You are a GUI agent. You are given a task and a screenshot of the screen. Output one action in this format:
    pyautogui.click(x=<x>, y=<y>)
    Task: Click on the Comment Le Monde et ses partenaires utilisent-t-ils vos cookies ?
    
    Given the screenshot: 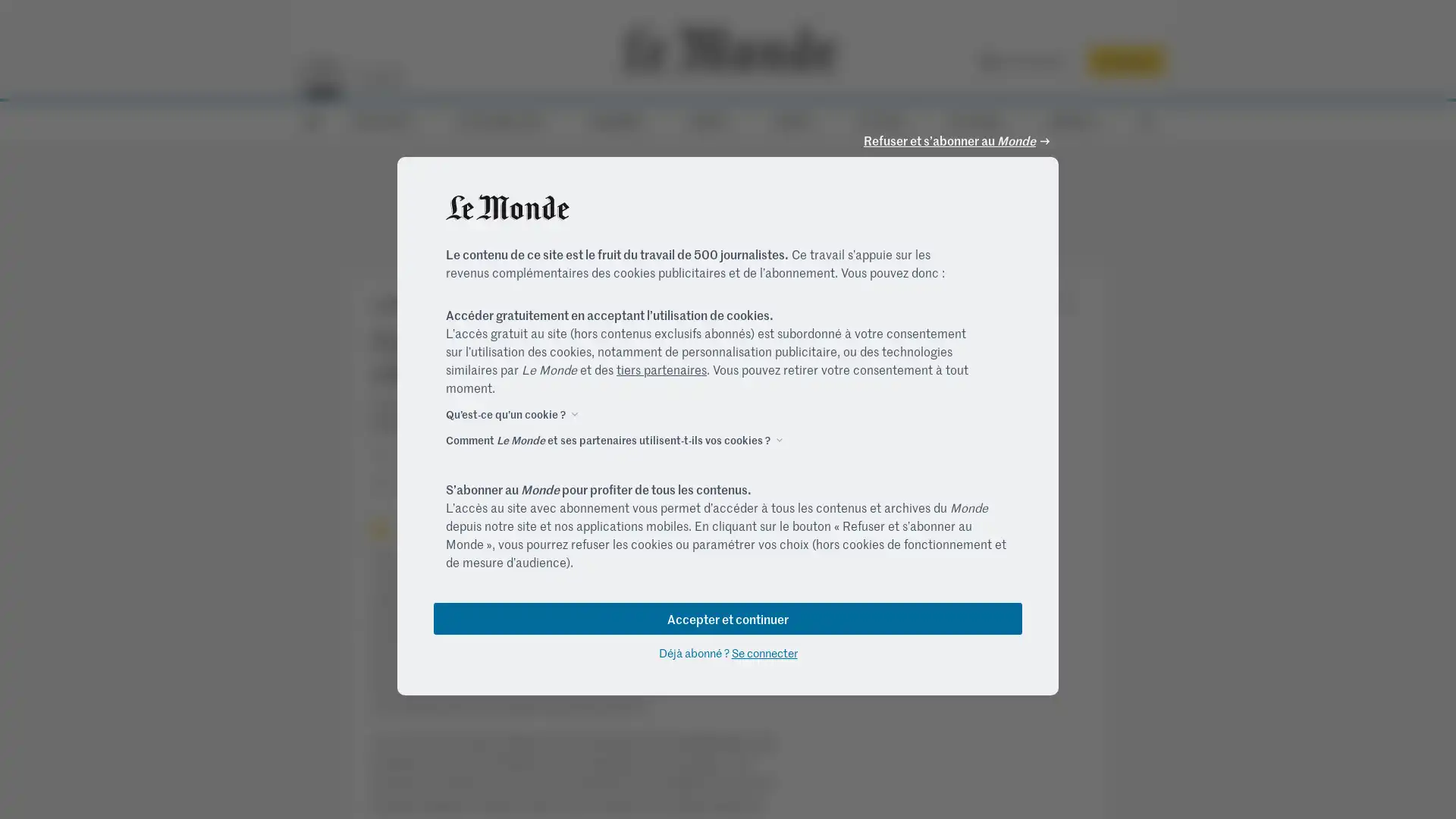 What is the action you would take?
    pyautogui.click(x=607, y=438)
    